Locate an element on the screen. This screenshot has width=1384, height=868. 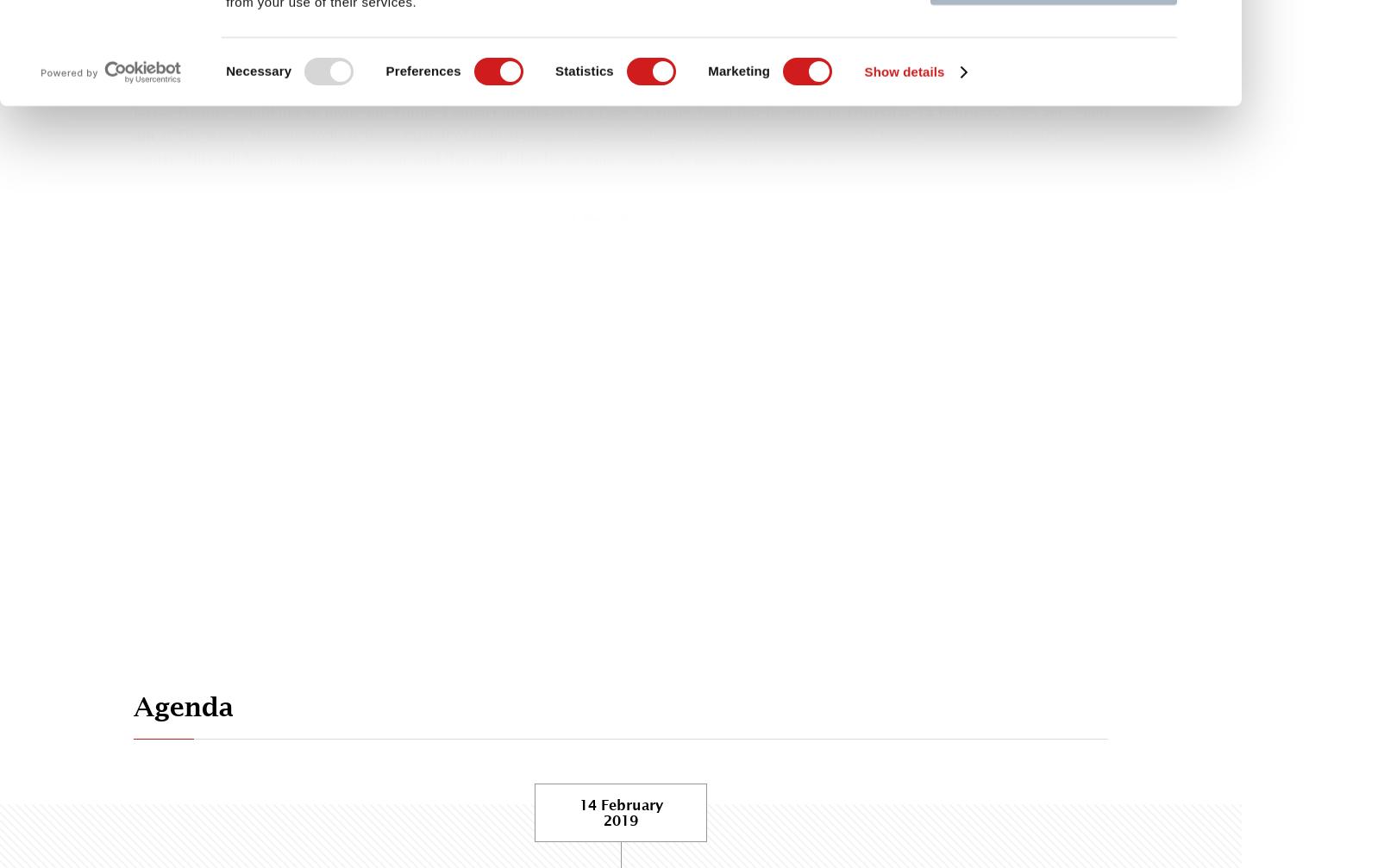
'Did you know for example, that every £1 million generated by the finance industry supports another £300,000 elsewhere in our community? Or that for every 10 jobs in finance, nine more are created elsewhere in the community?' is located at coordinates (617, 57).